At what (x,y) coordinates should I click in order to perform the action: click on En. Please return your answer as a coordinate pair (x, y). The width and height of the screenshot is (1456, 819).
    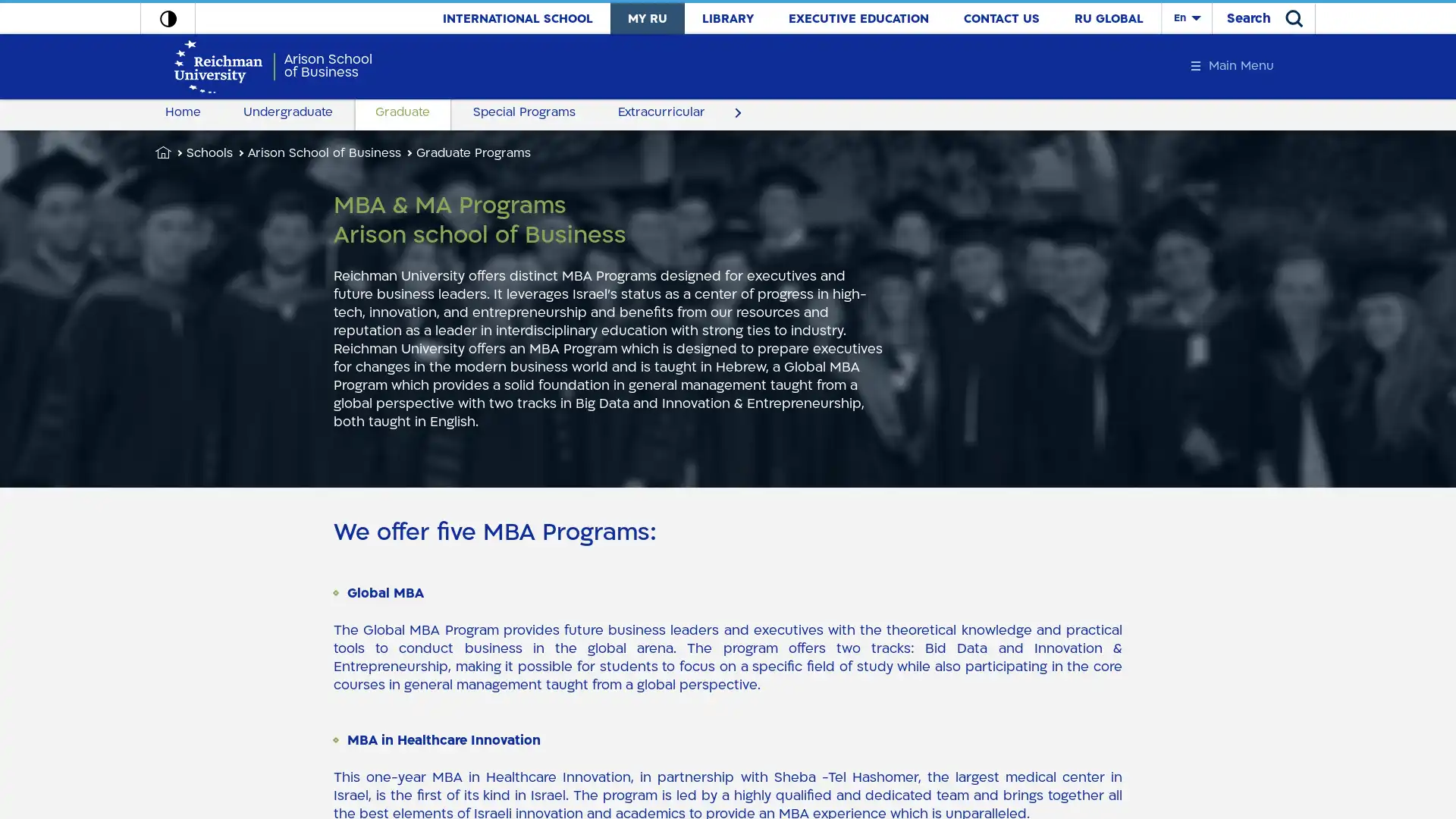
    Looking at the image, I should click on (1185, 18).